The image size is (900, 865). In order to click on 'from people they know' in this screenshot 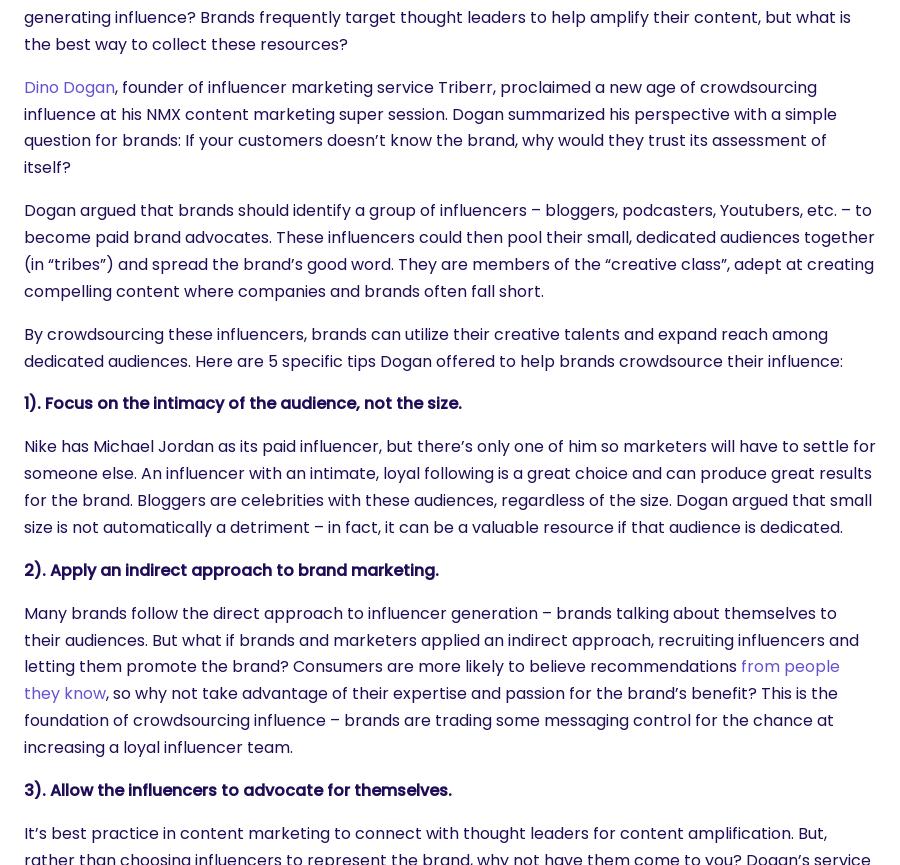, I will do `click(432, 679)`.